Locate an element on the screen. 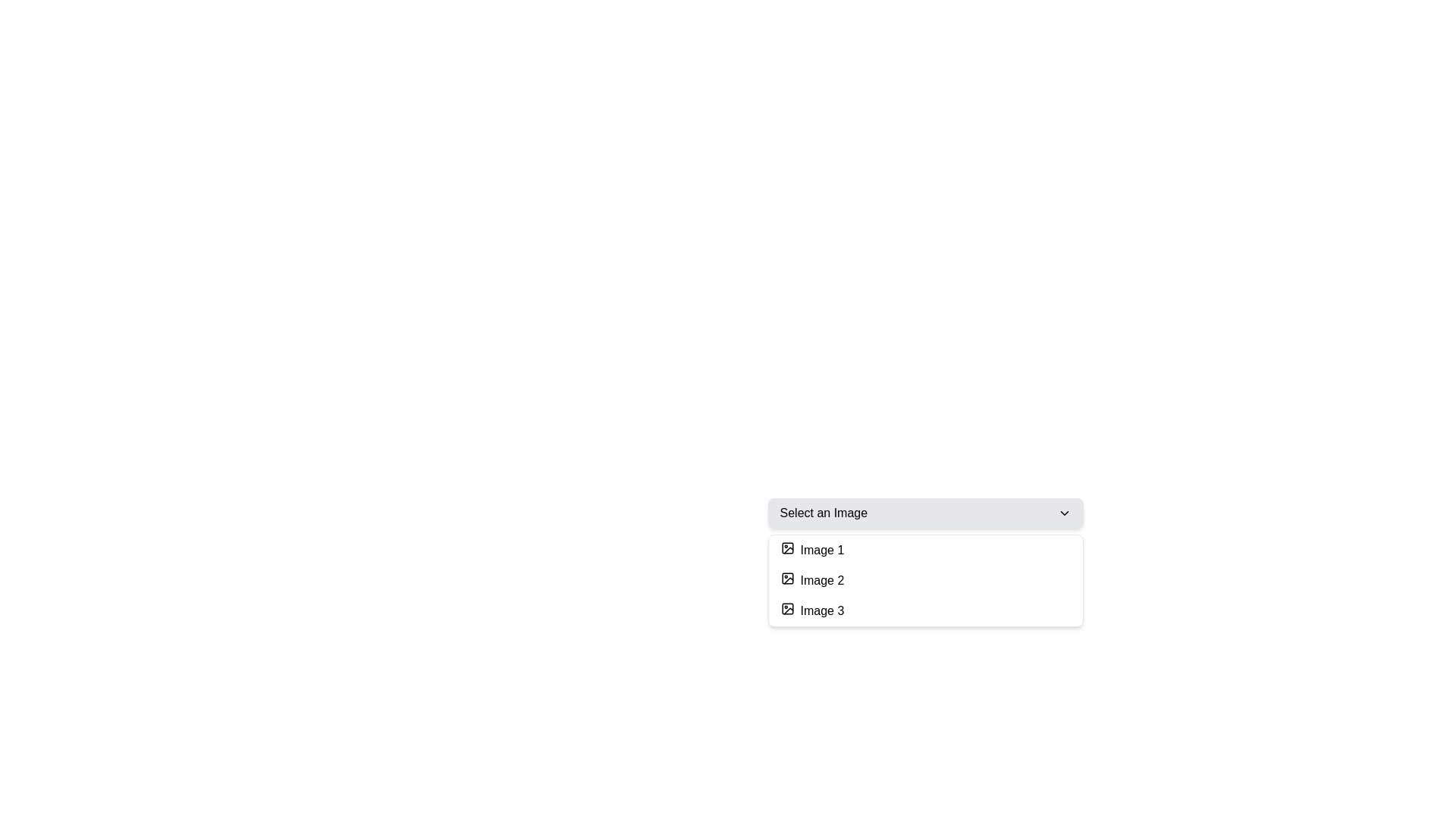 Image resolution: width=1456 pixels, height=819 pixels. the image icon located to the left of the 'Image 2' text entry in the dropdown menu is located at coordinates (787, 579).